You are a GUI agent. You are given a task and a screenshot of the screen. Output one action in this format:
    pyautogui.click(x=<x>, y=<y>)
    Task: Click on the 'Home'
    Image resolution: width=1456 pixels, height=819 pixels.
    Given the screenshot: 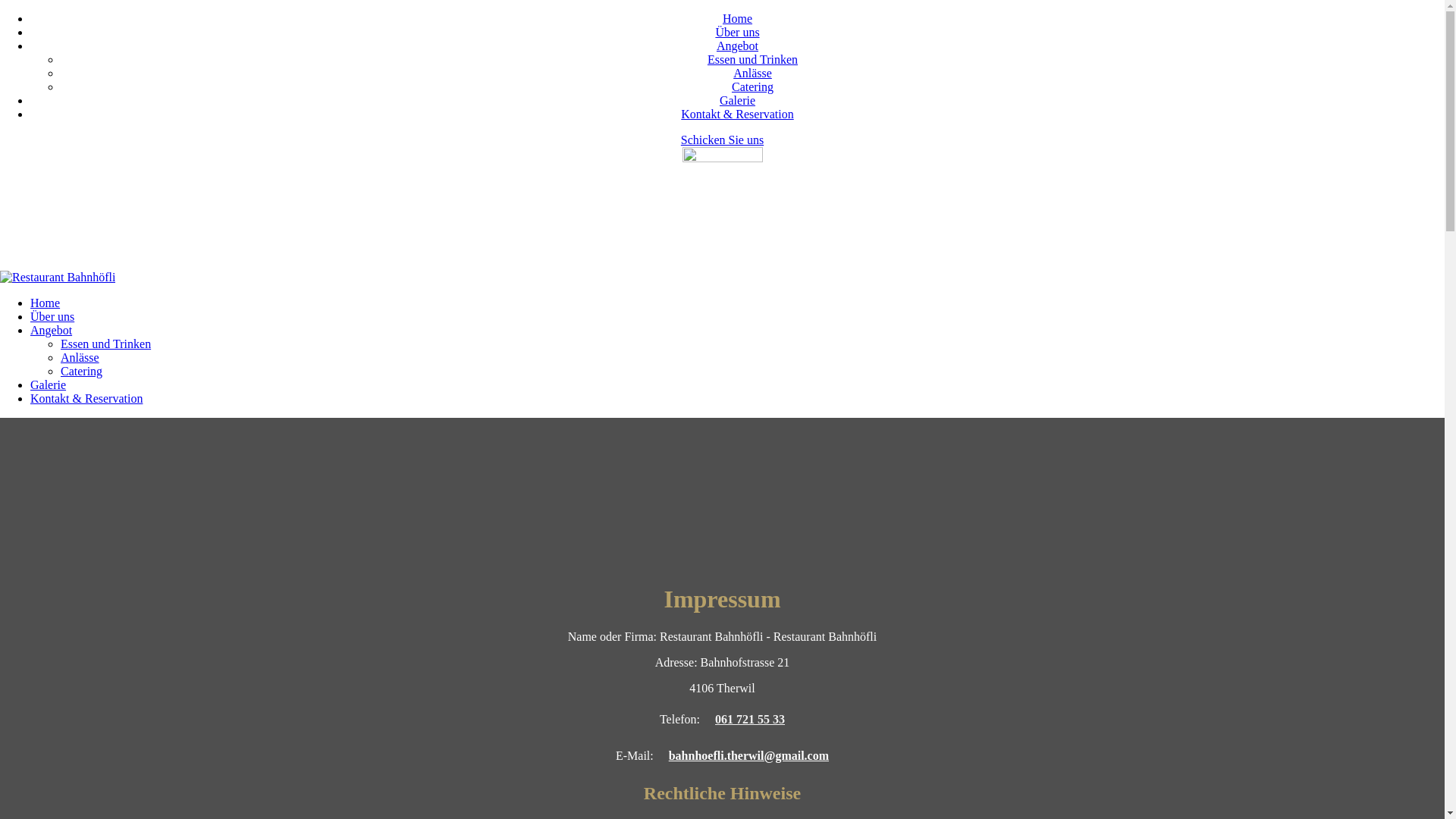 What is the action you would take?
    pyautogui.click(x=45, y=303)
    